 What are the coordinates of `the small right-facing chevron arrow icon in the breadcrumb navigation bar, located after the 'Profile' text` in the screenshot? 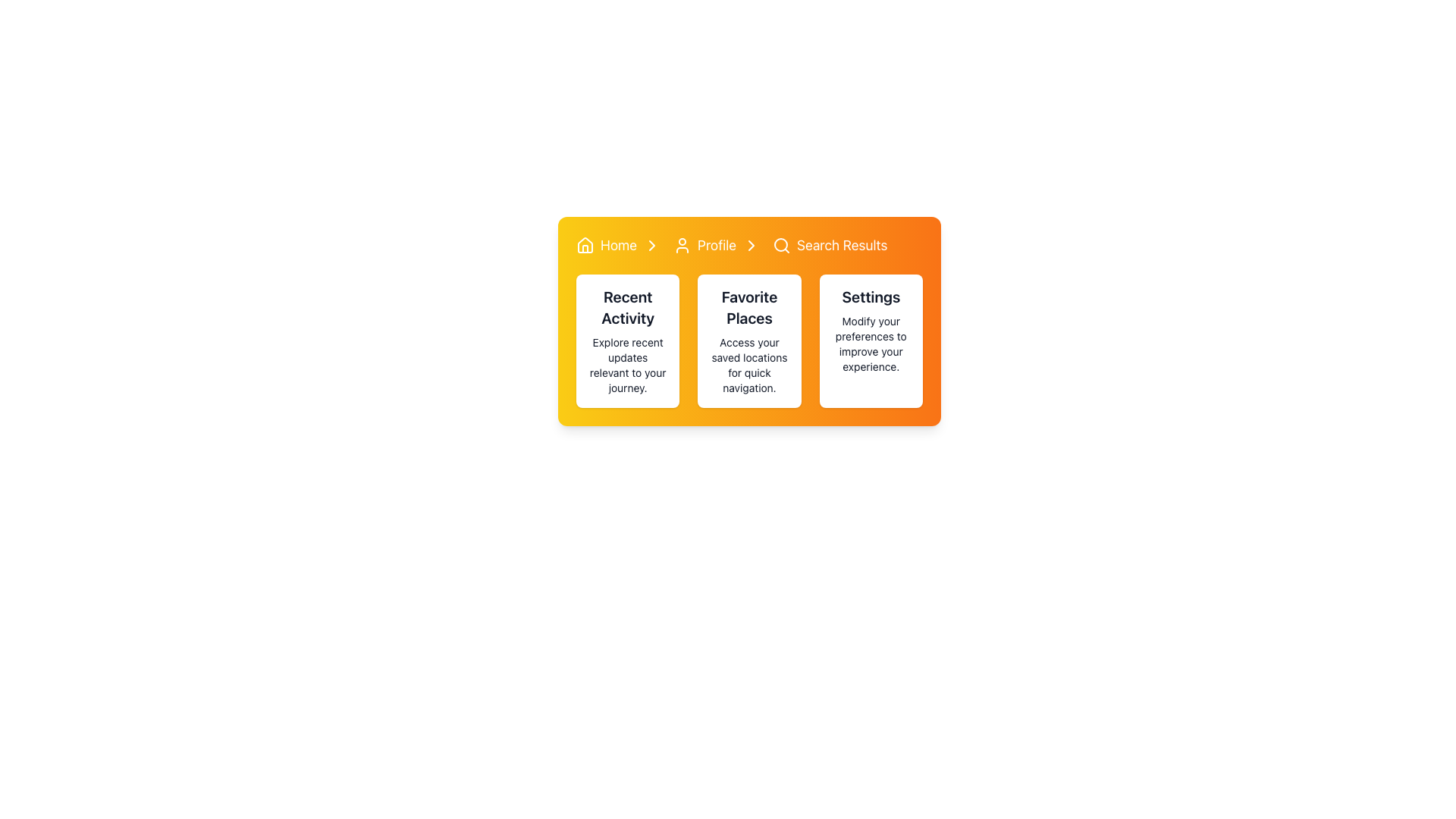 It's located at (752, 245).